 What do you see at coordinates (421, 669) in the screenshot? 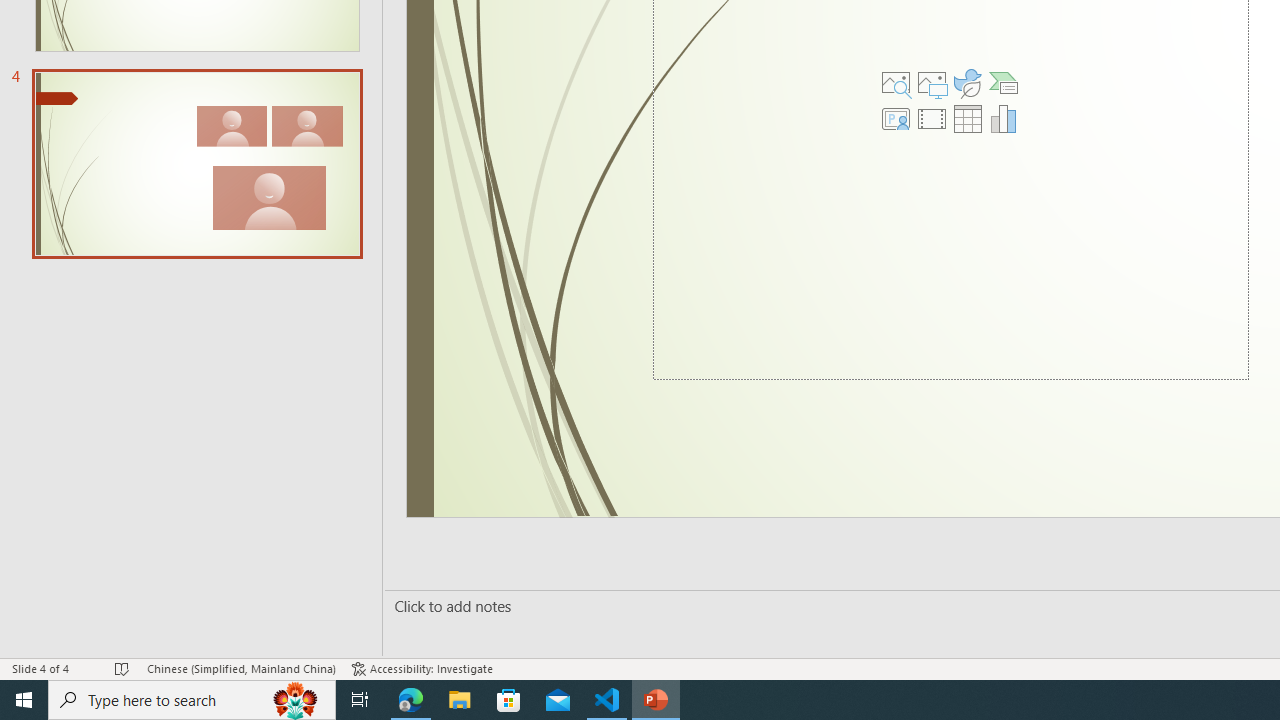
I see `'Accessibility Checker Accessibility: Investigate'` at bounding box center [421, 669].